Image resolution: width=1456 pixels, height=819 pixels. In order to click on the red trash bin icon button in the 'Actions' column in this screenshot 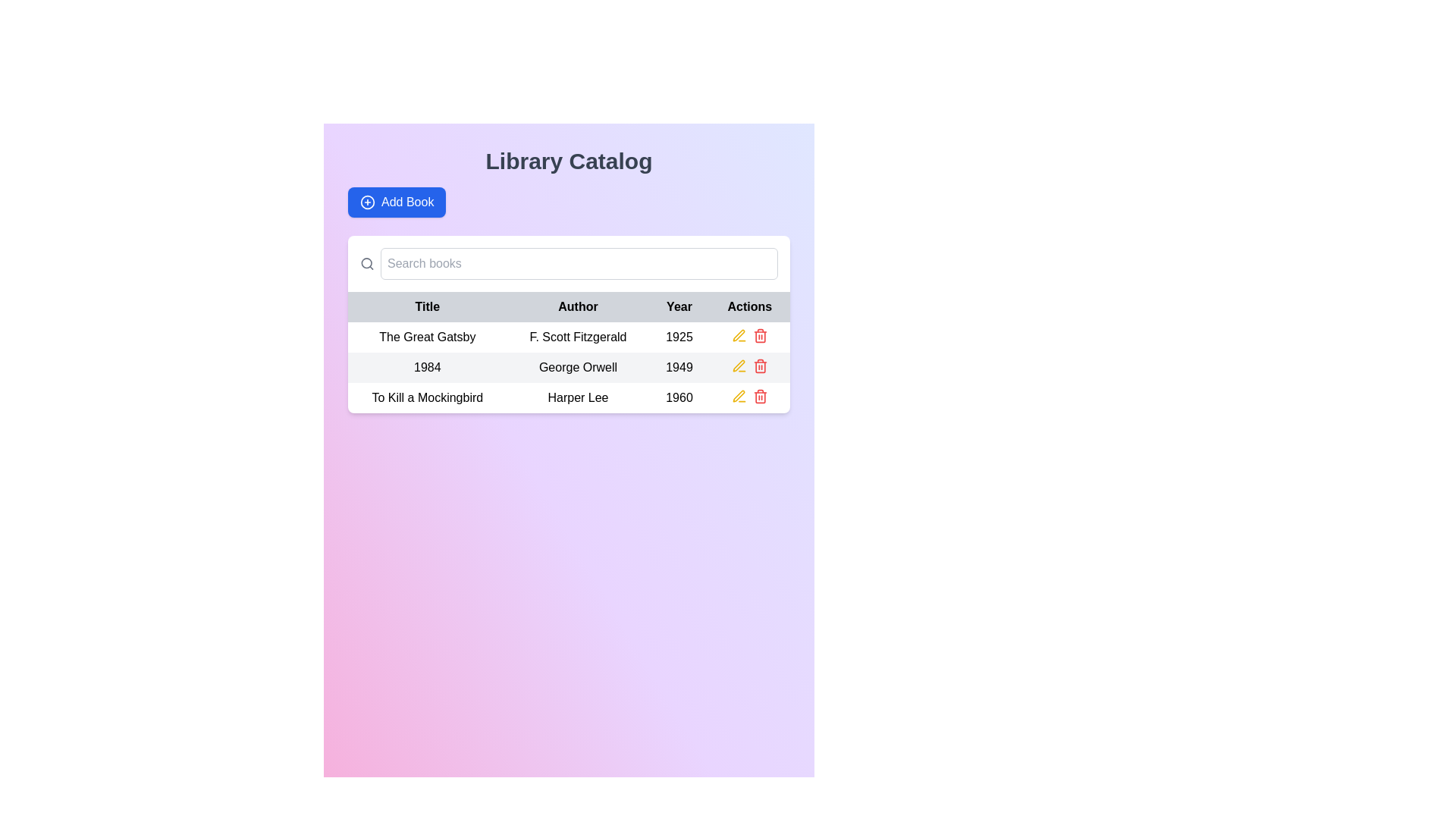, I will do `click(760, 335)`.